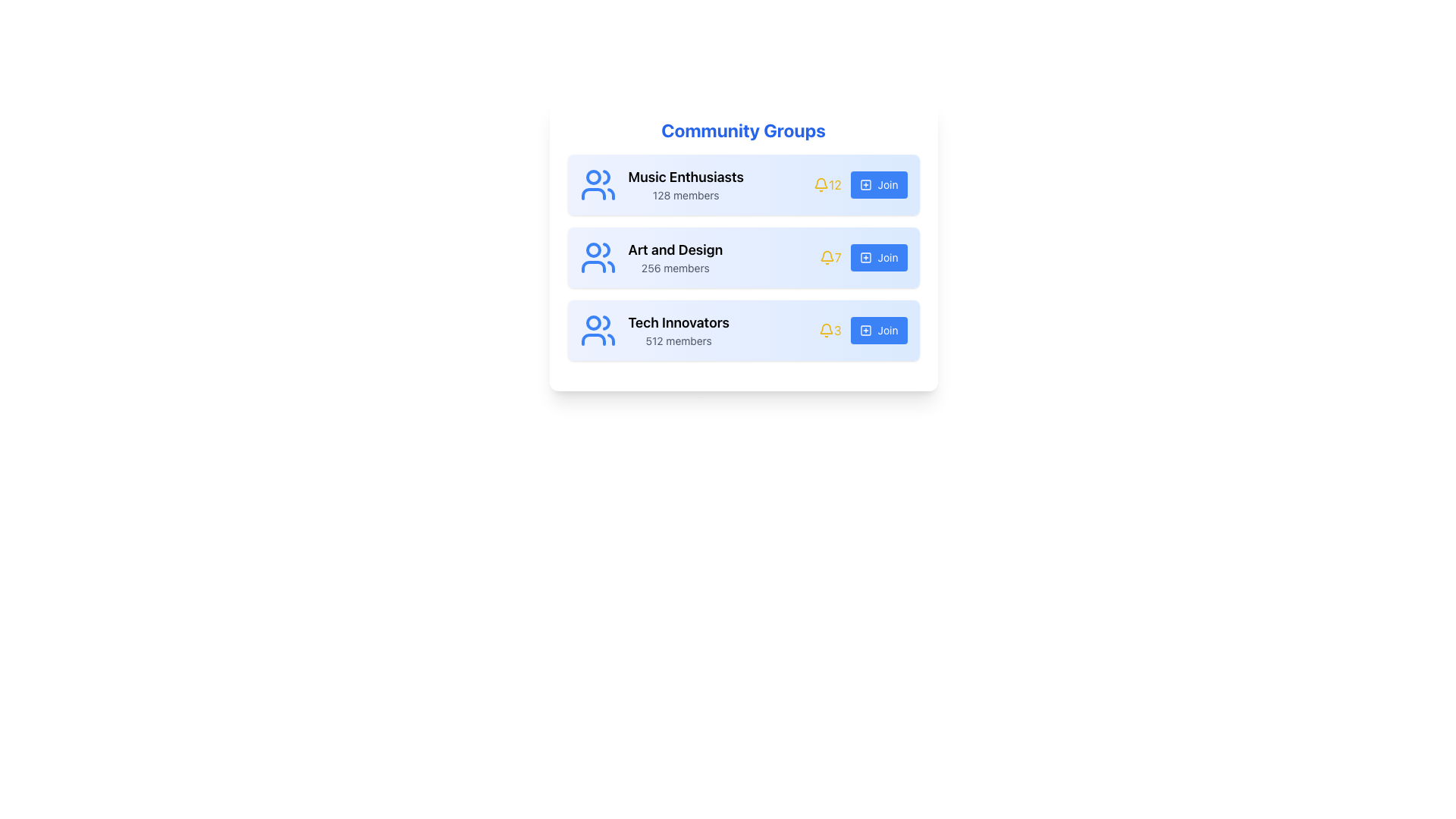 The image size is (1456, 819). I want to click on the static text label indicating the number of members in the 'Music Enthusiasts' group, which is located below the group title in the first card of the community groups list, so click(685, 195).